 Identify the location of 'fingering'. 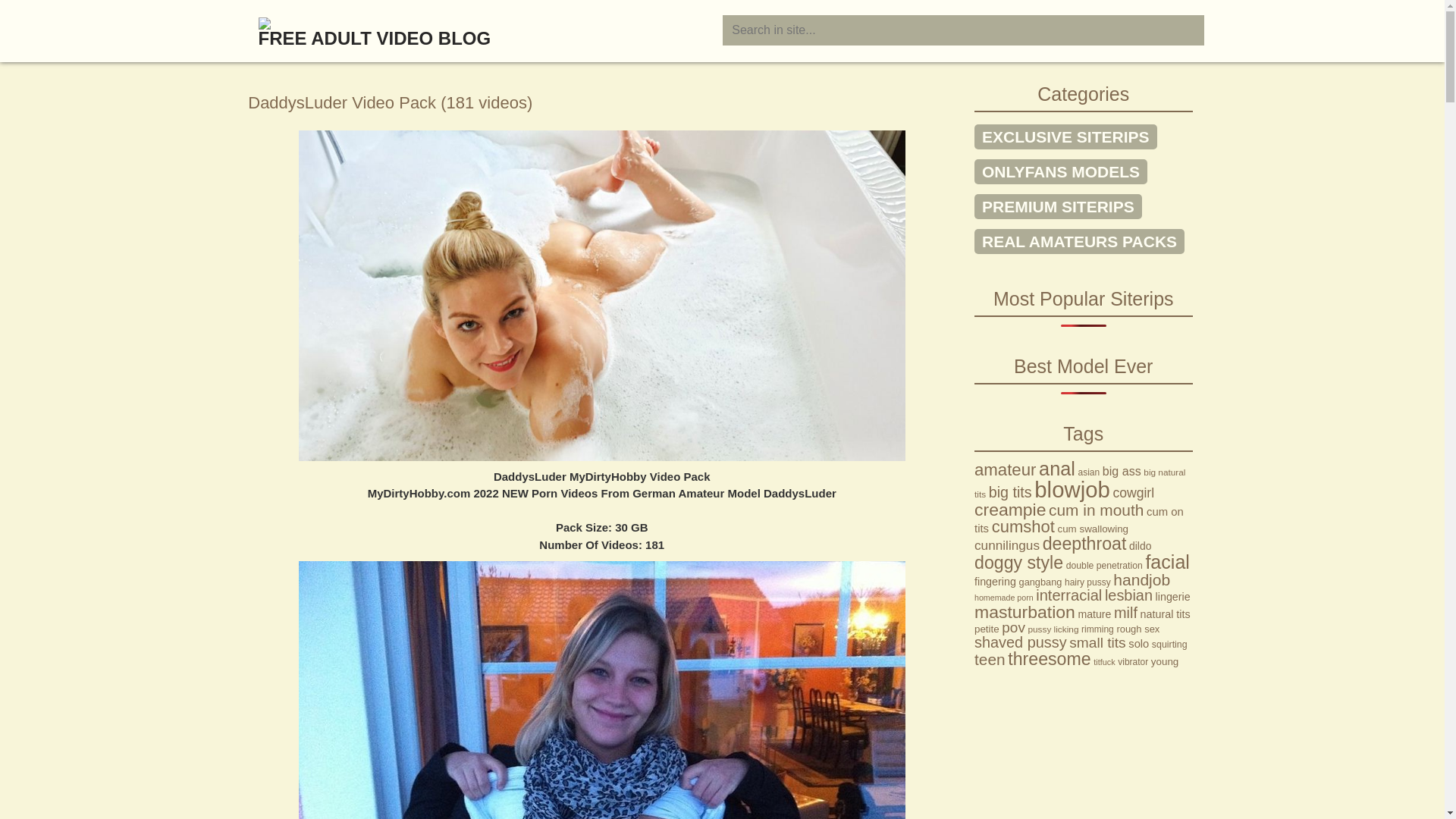
(995, 581).